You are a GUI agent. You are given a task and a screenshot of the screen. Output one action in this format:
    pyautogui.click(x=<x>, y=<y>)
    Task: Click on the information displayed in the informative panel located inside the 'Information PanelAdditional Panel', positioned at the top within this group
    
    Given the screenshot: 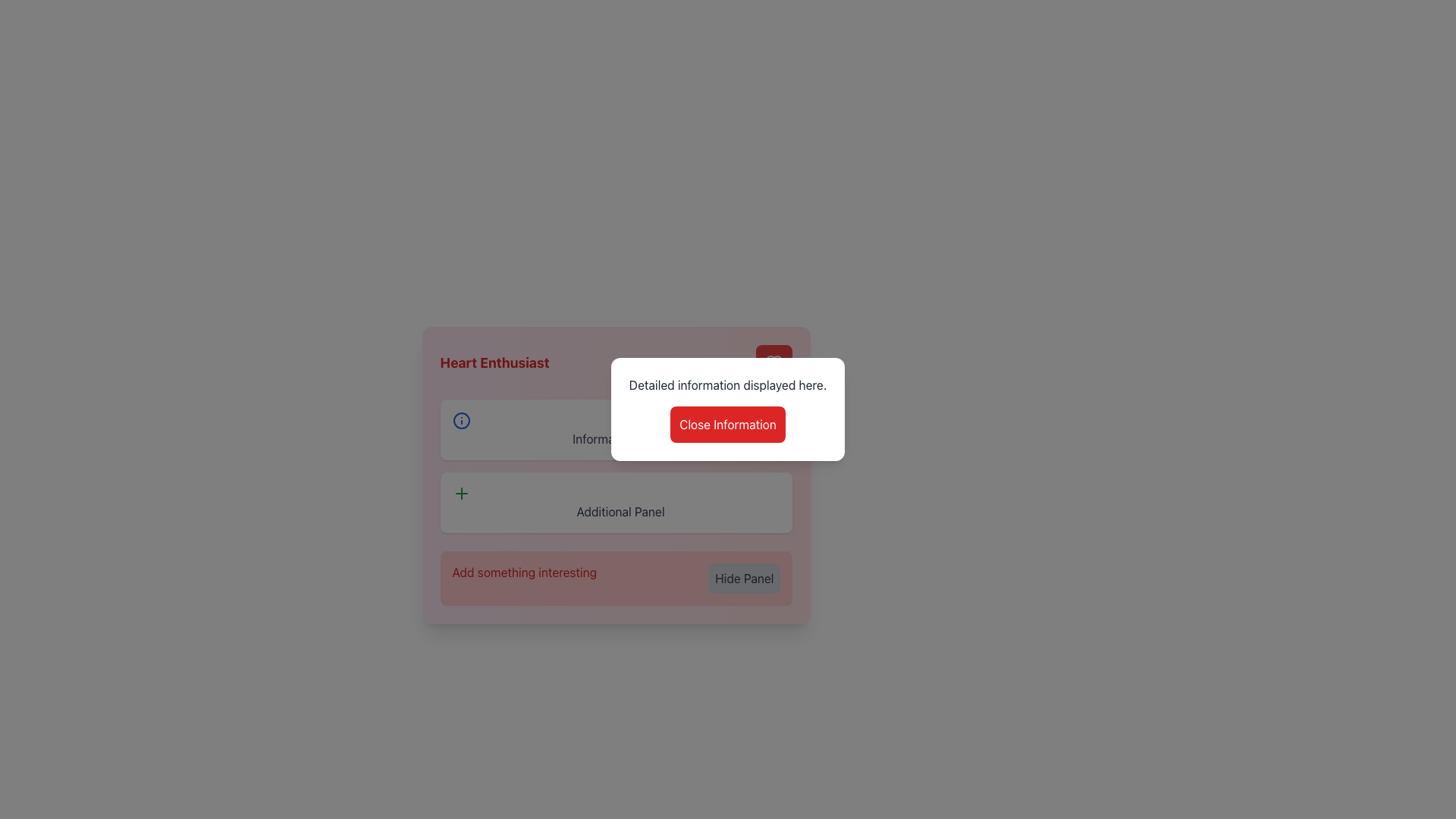 What is the action you would take?
    pyautogui.click(x=616, y=430)
    